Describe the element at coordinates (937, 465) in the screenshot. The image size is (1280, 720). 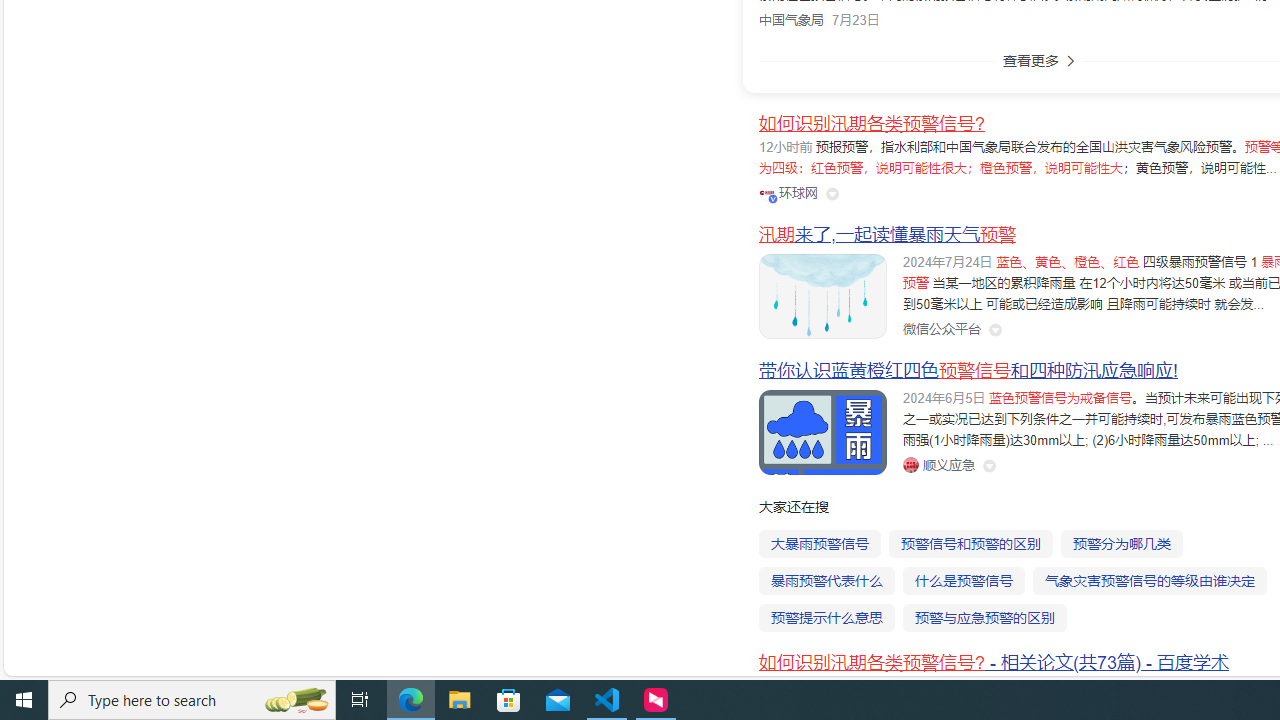
I see `'Class: siteLink_9TPP3'` at that location.